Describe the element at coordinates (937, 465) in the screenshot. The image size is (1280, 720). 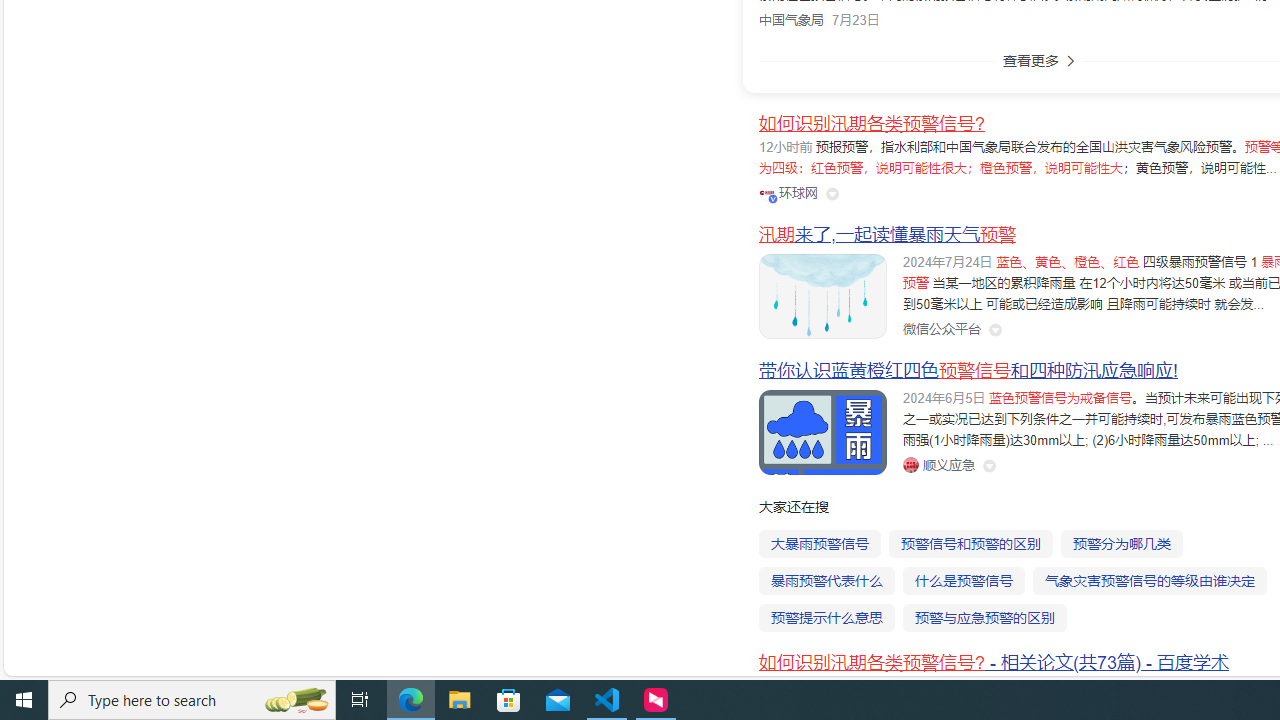
I see `'Class: siteLink_9TPP3'` at that location.